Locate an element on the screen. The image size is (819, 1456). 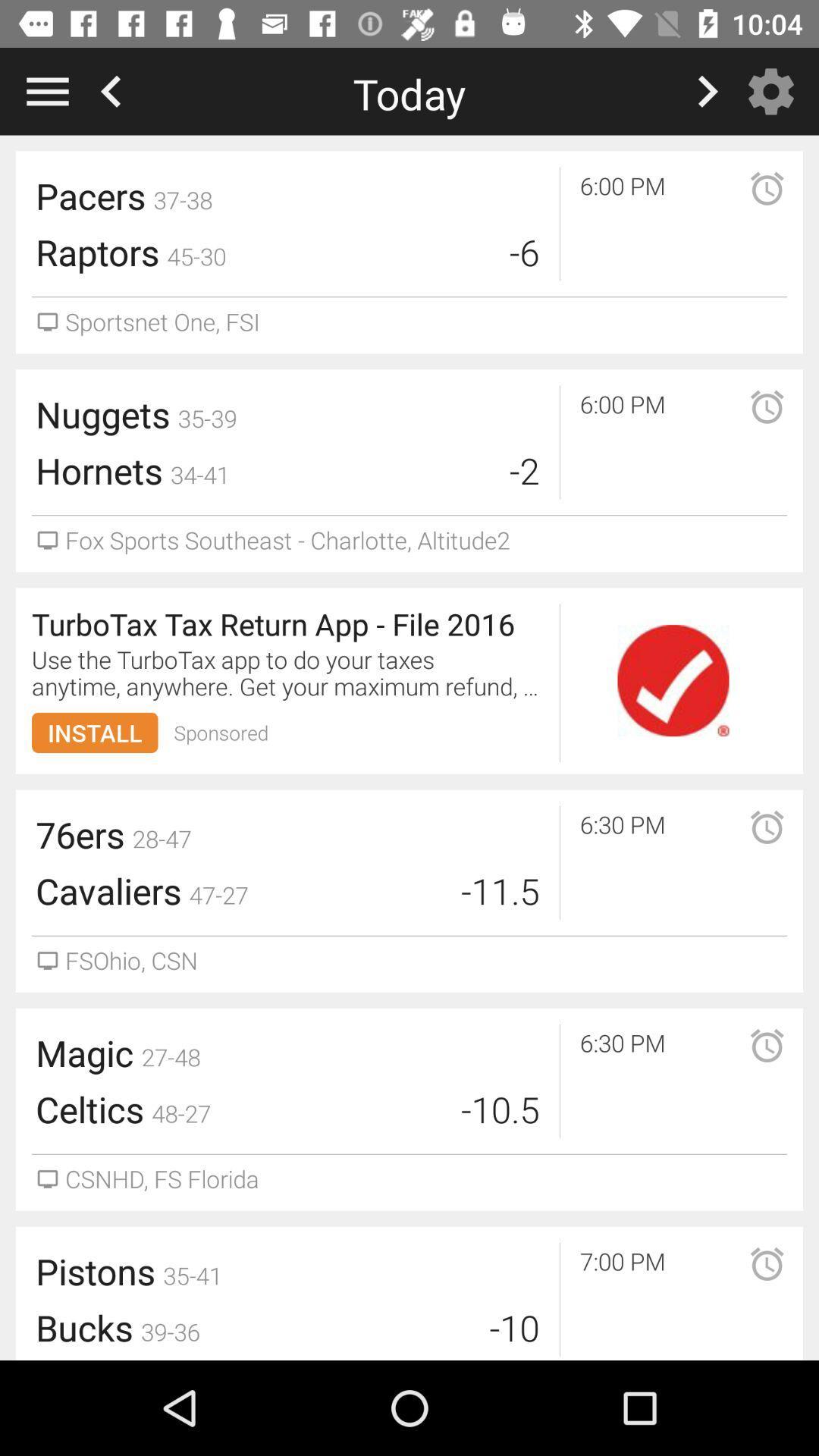
item below the use the turbotax item is located at coordinates (221, 733).